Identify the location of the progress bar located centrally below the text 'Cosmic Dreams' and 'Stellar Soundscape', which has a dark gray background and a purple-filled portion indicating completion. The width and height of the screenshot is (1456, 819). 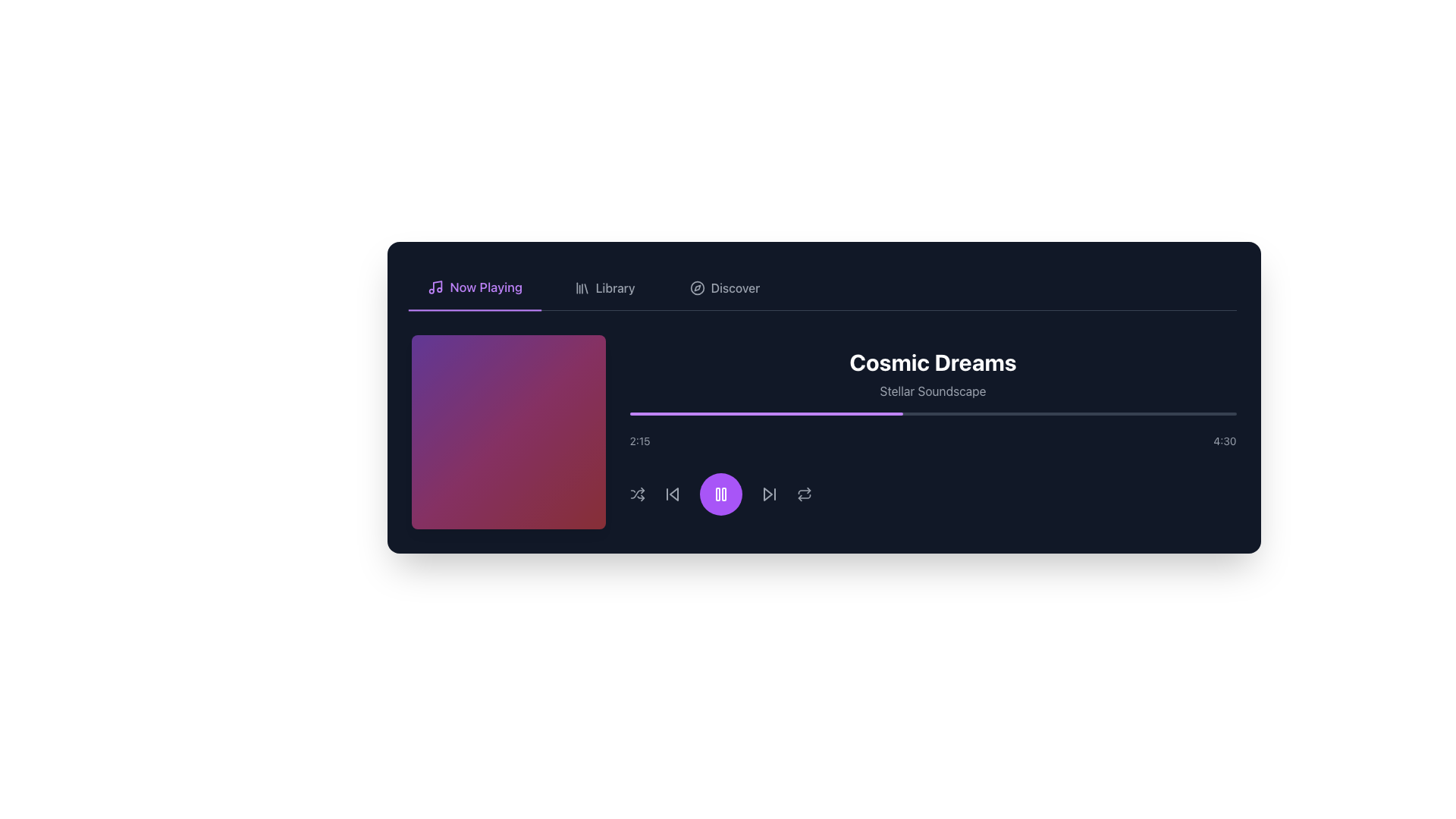
(932, 414).